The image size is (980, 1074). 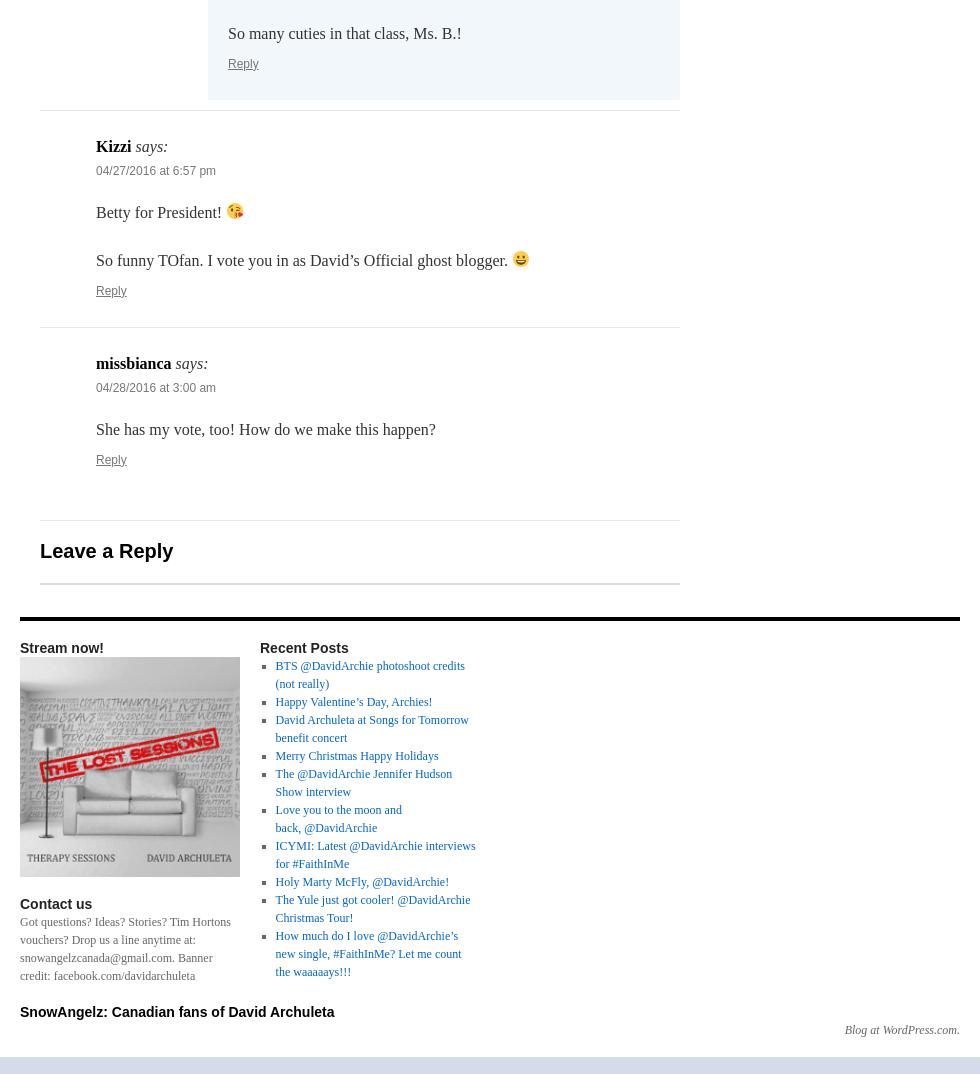 I want to click on 'Stream now!', so click(x=61, y=645).